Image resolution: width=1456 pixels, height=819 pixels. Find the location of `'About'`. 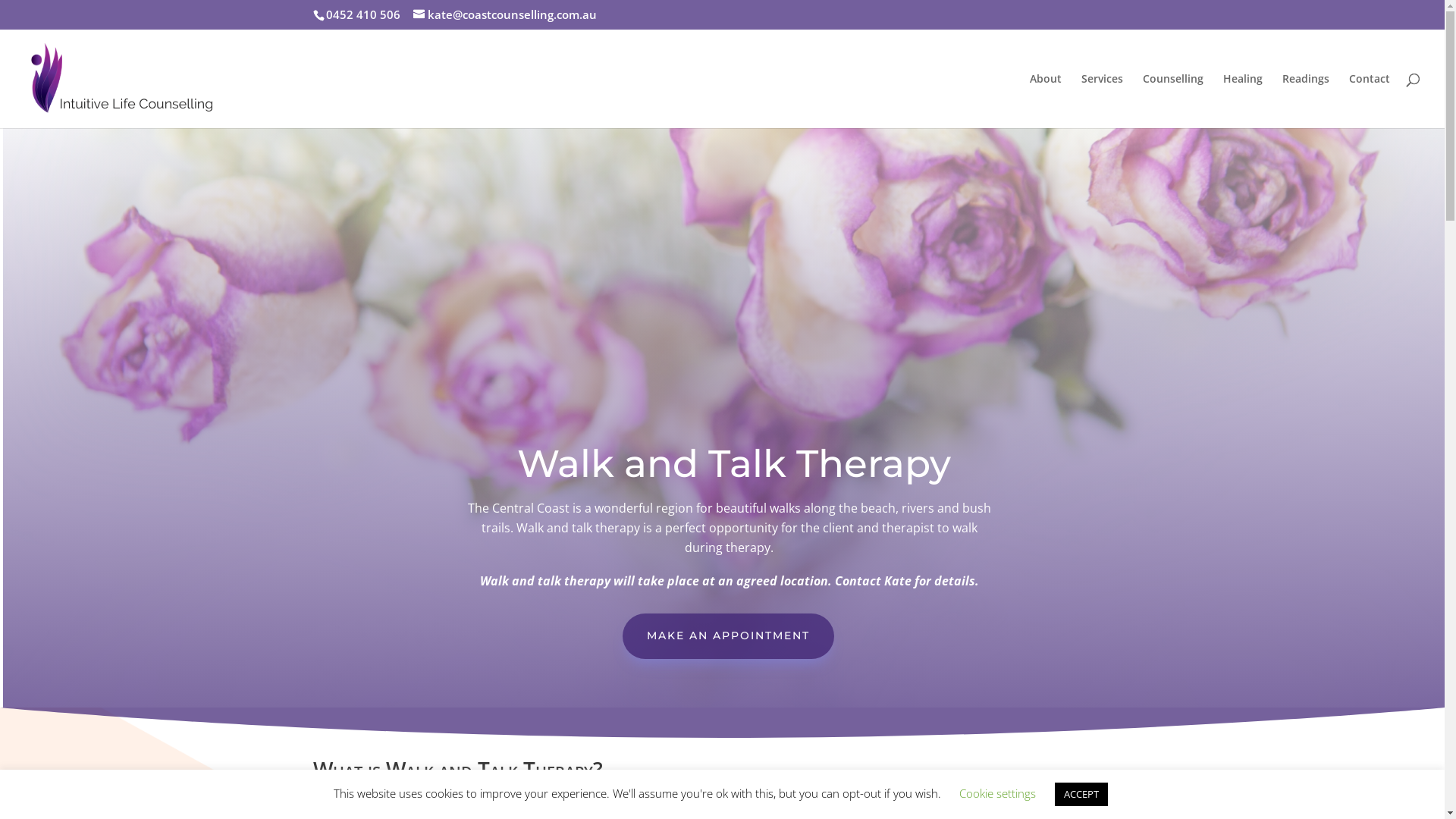

'About' is located at coordinates (1030, 99).